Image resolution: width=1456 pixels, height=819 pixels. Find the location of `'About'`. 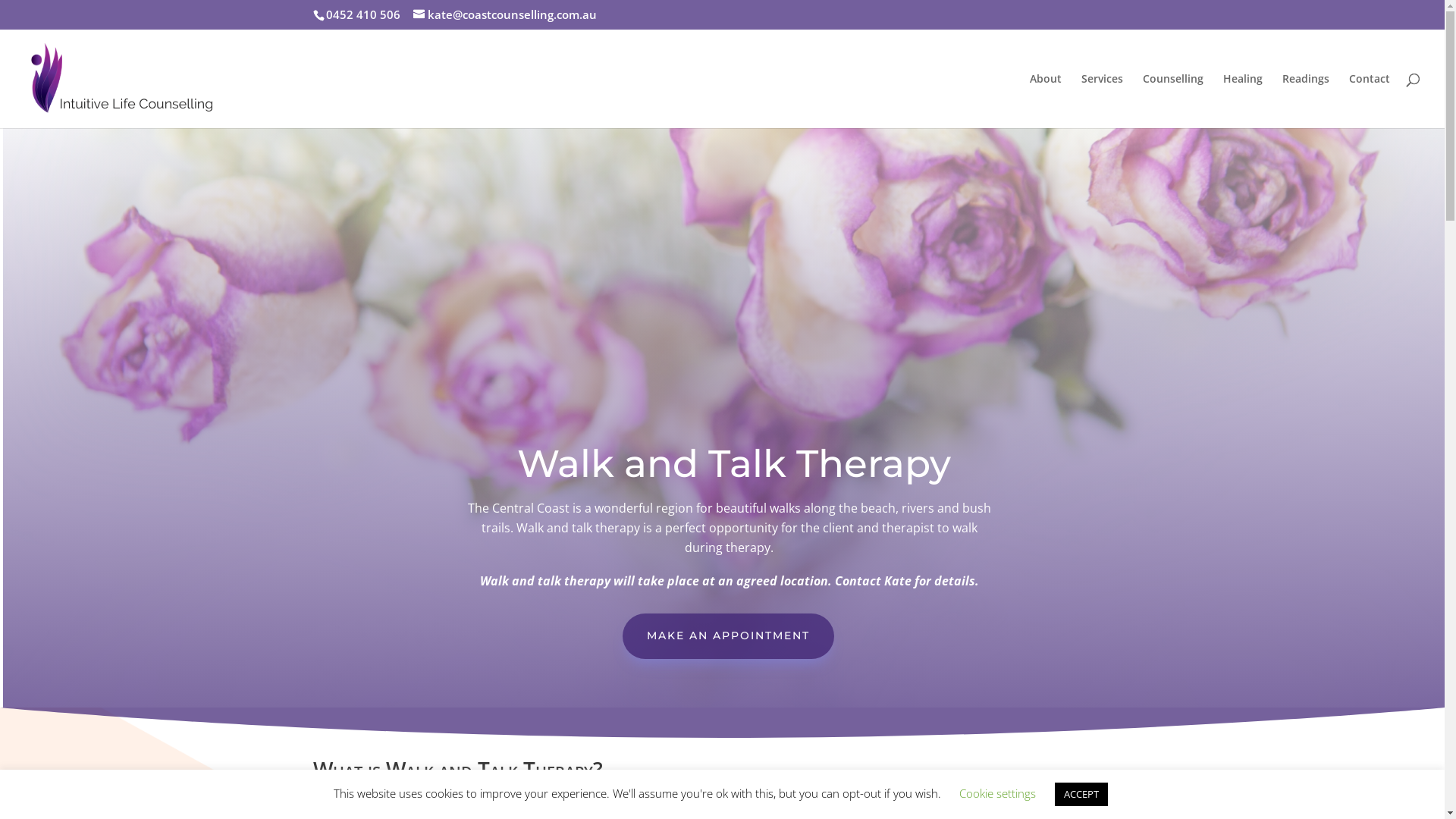

'About' is located at coordinates (1030, 99).